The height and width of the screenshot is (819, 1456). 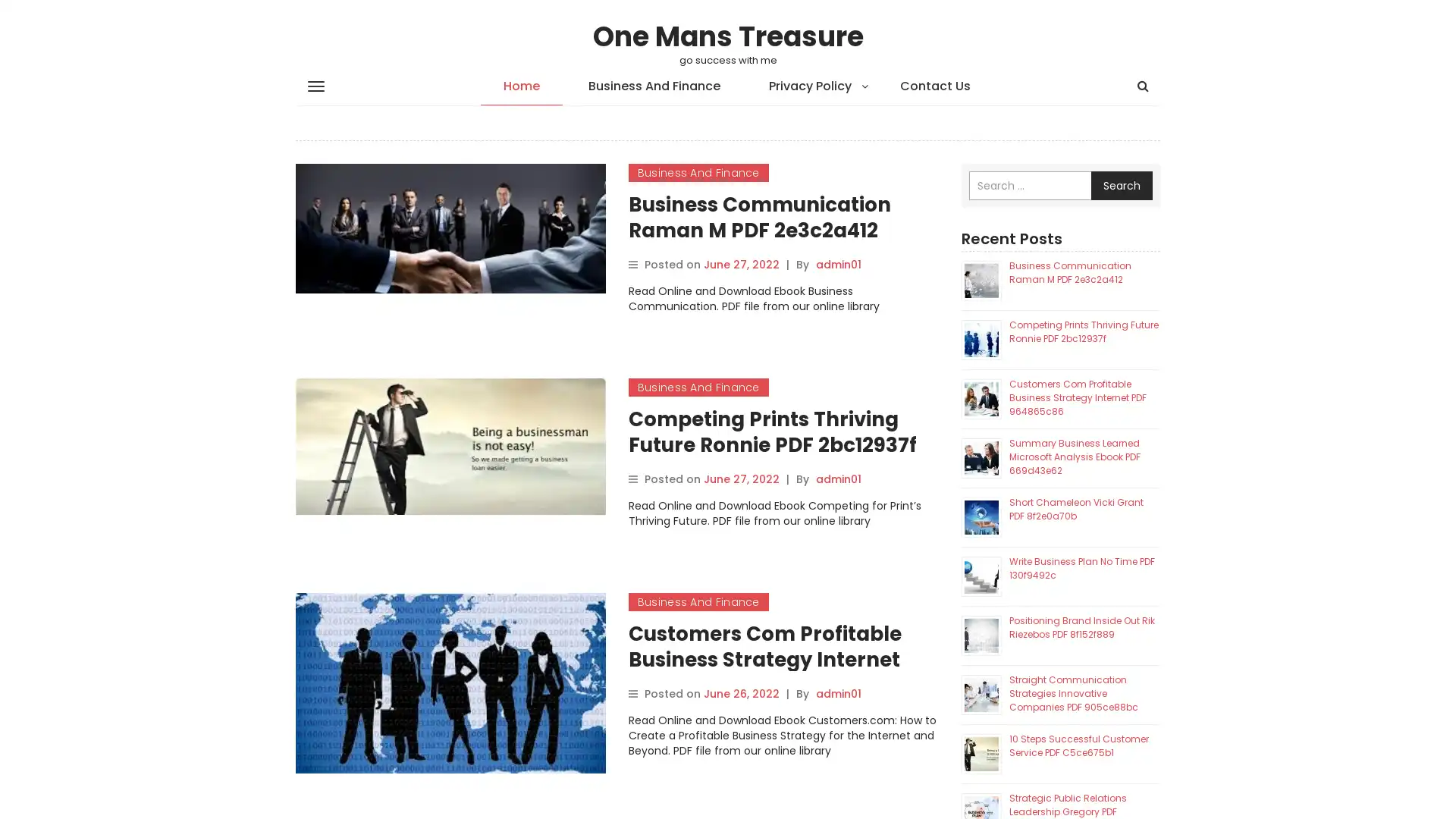 I want to click on Search, so click(x=1122, y=185).